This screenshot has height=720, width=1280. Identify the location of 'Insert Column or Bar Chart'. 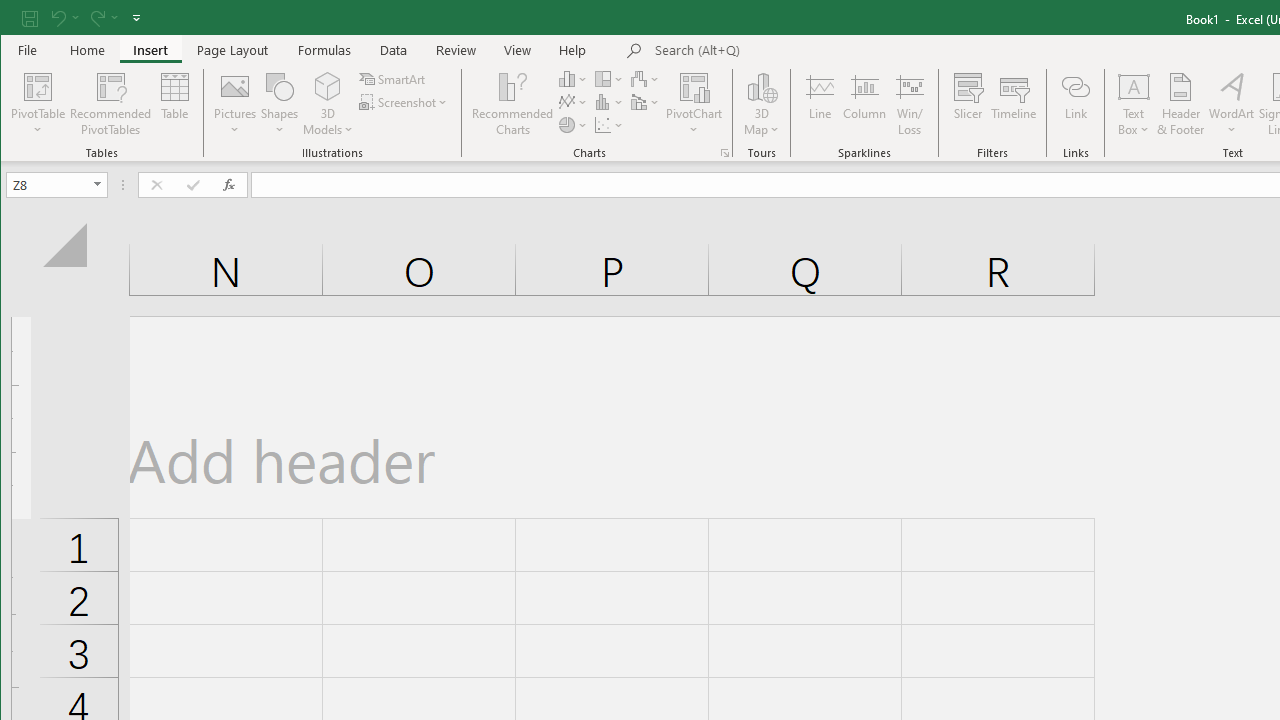
(572, 78).